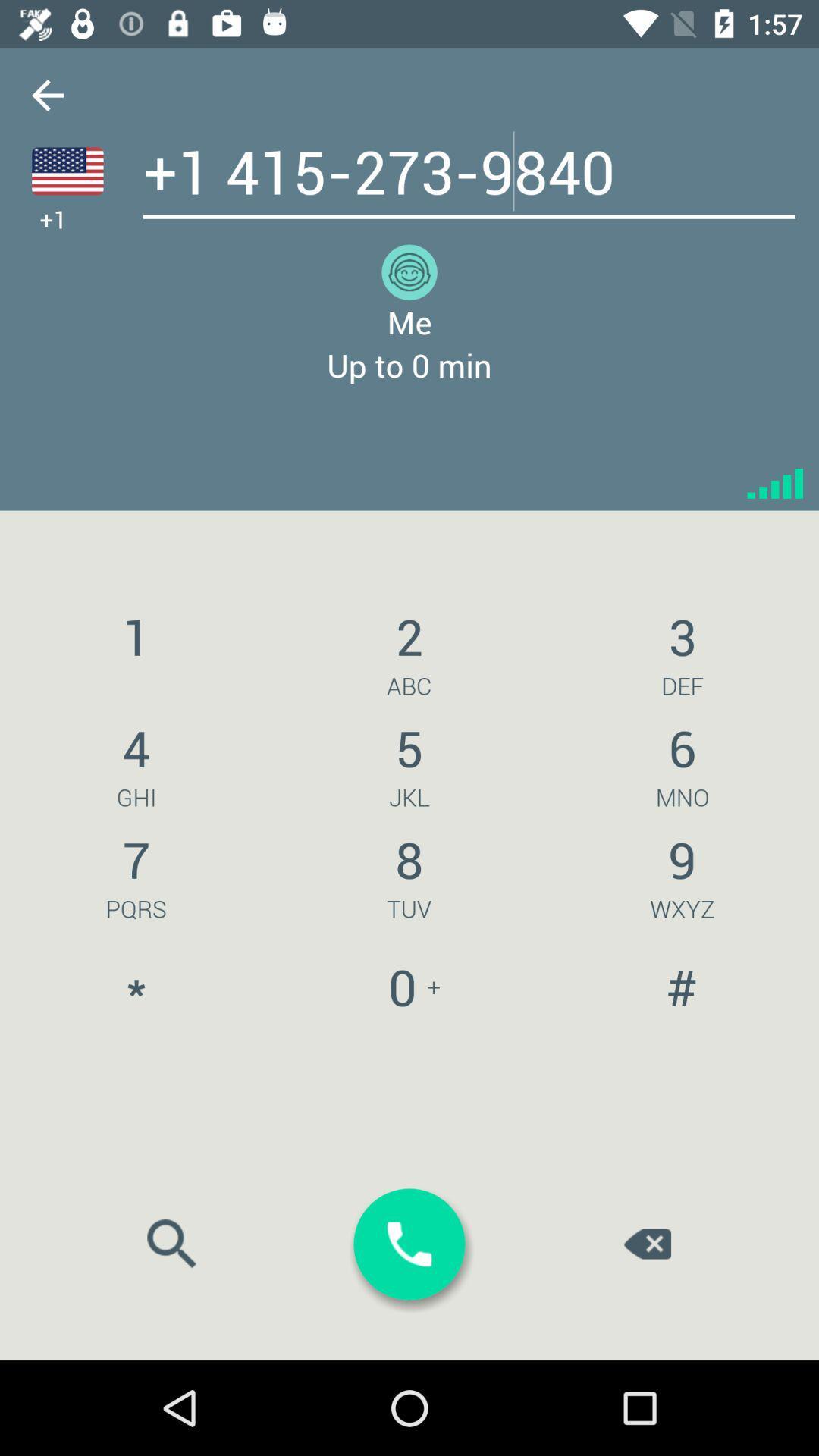  What do you see at coordinates (46, 94) in the screenshot?
I see `back arrow button` at bounding box center [46, 94].